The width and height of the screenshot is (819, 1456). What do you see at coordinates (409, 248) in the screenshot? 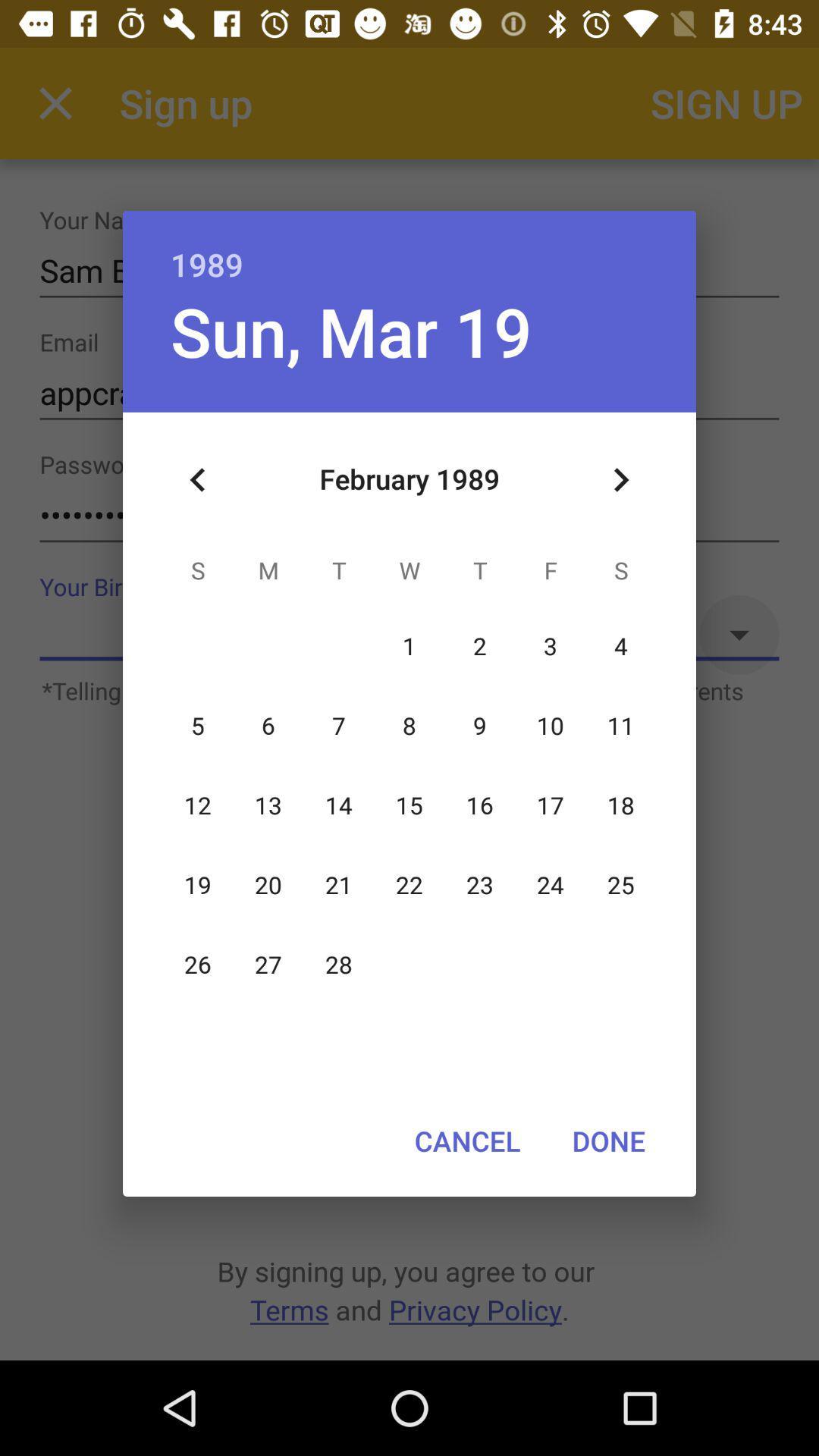
I see `1989` at bounding box center [409, 248].